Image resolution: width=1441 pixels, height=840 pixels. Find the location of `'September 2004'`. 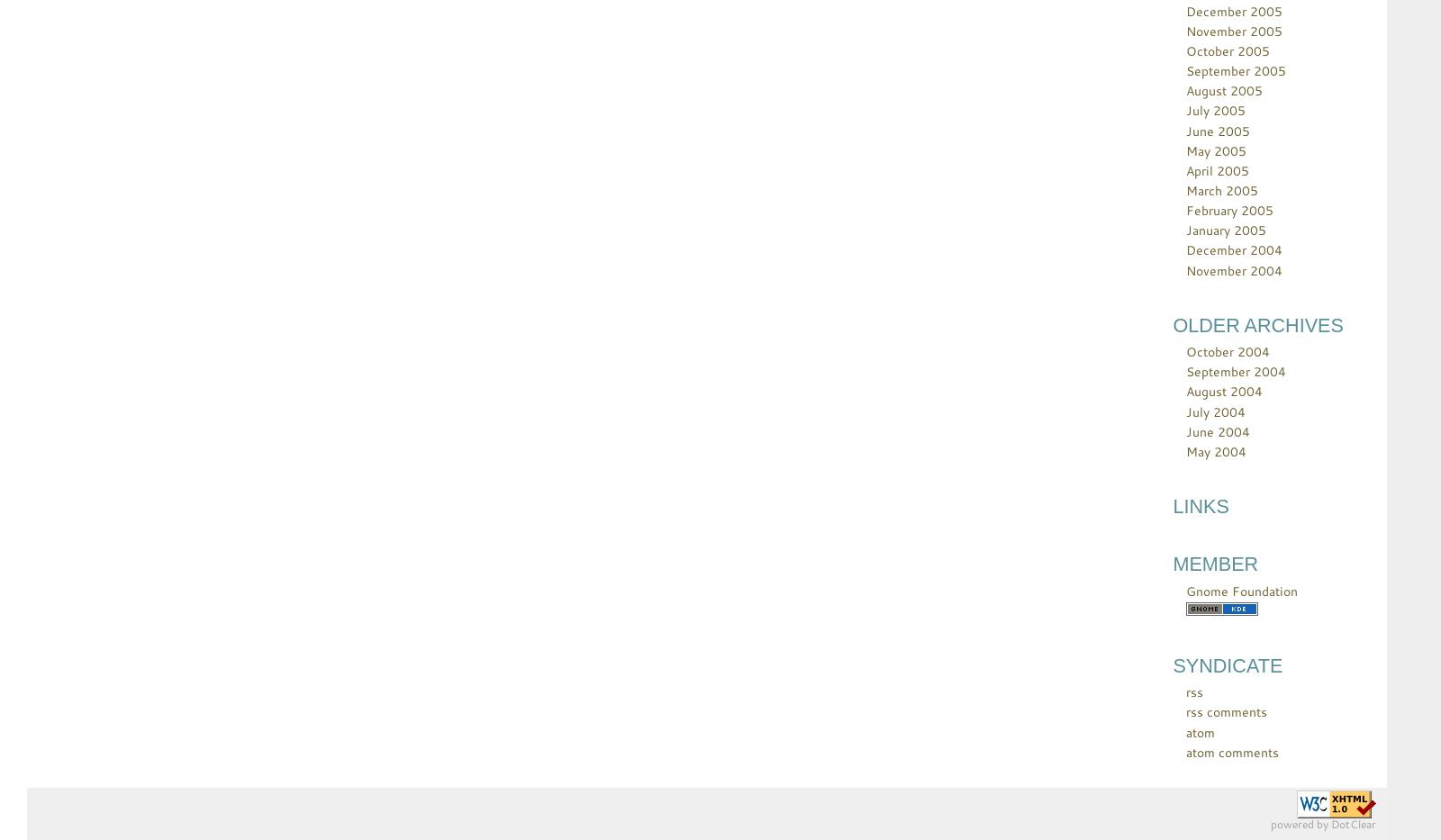

'September 2004' is located at coordinates (1235, 371).